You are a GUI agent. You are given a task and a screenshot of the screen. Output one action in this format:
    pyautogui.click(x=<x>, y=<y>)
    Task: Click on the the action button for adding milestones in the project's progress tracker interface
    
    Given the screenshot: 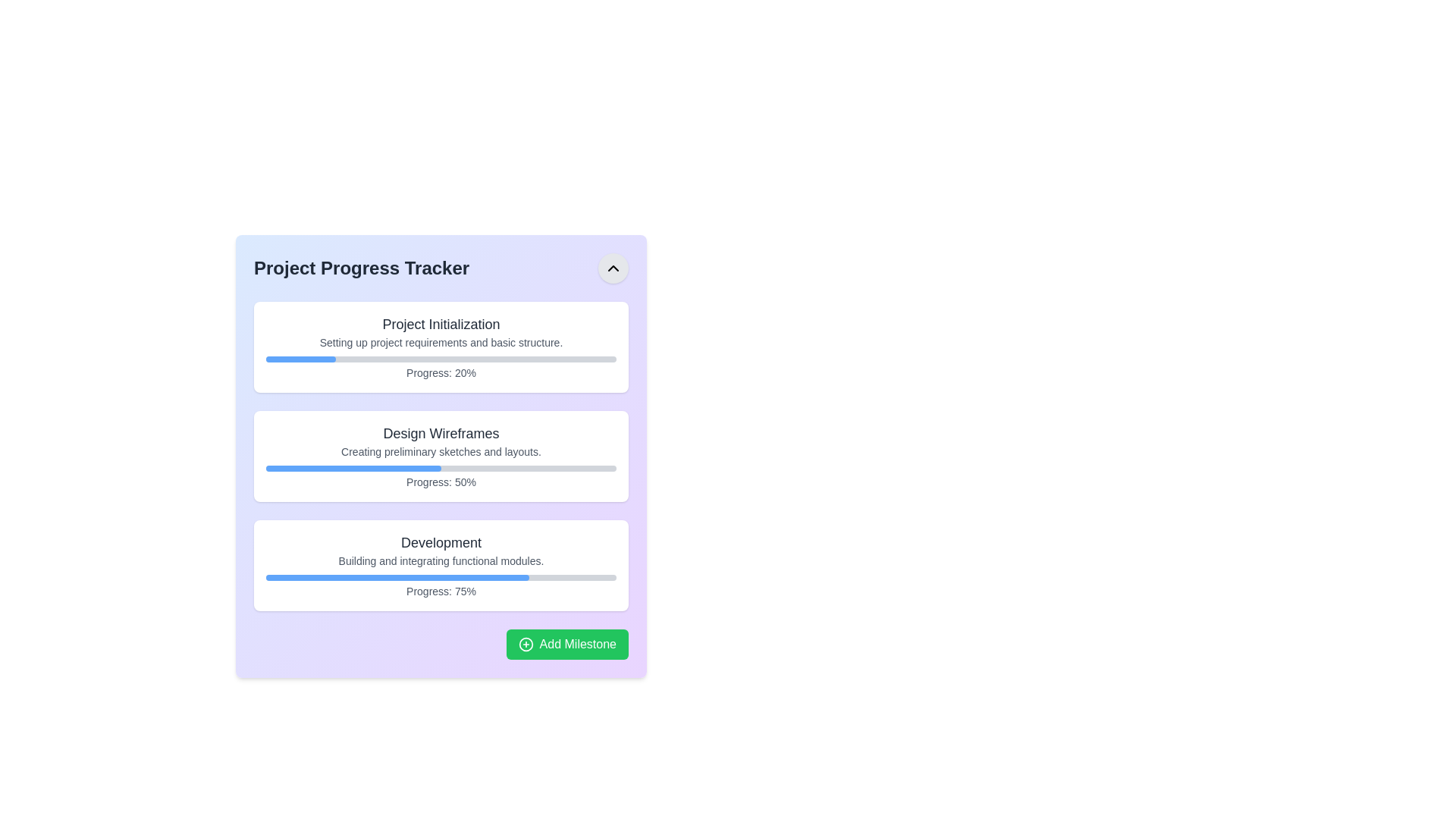 What is the action you would take?
    pyautogui.click(x=566, y=644)
    